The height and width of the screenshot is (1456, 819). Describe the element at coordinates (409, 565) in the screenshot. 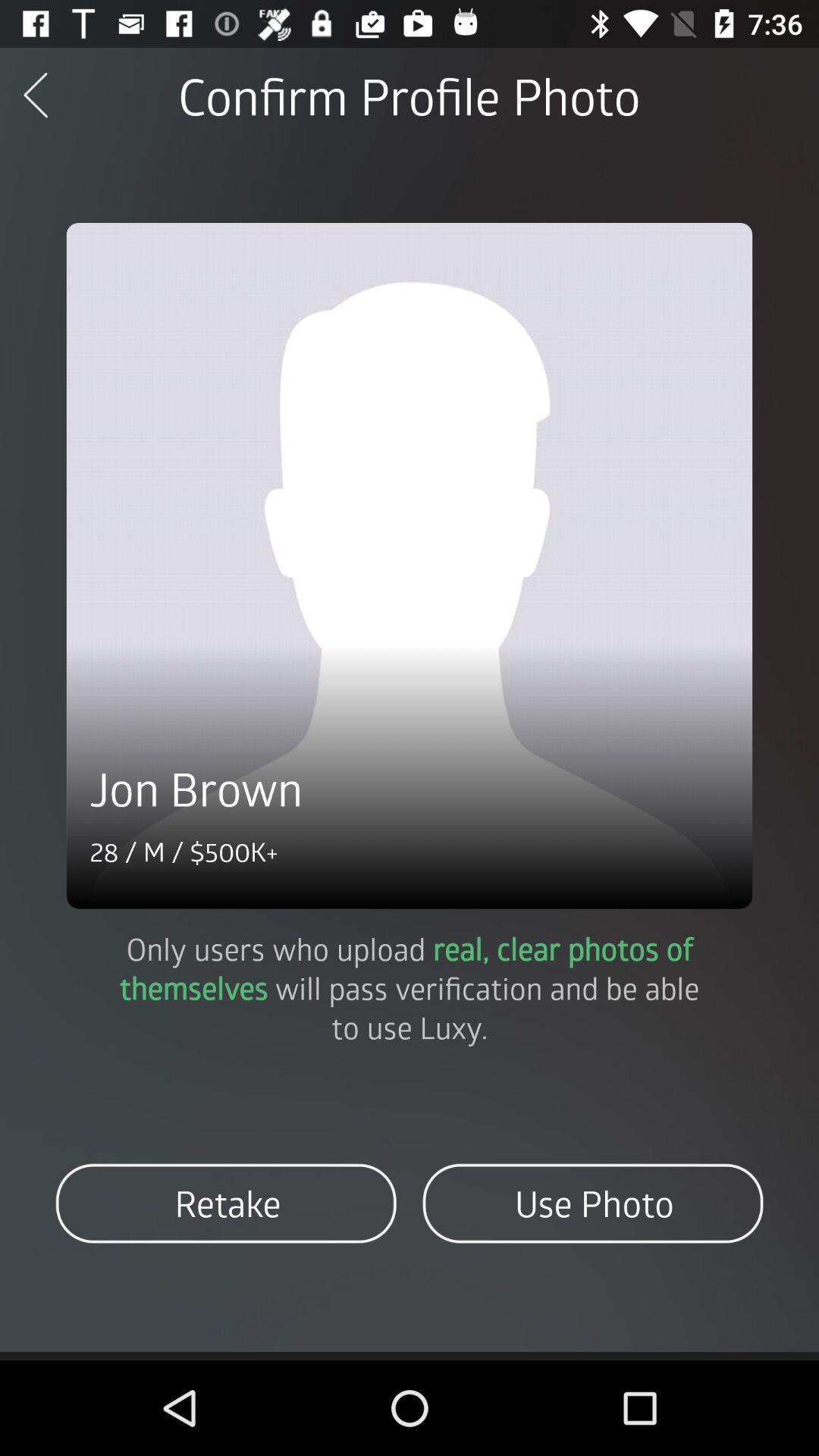

I see `expand picture` at that location.